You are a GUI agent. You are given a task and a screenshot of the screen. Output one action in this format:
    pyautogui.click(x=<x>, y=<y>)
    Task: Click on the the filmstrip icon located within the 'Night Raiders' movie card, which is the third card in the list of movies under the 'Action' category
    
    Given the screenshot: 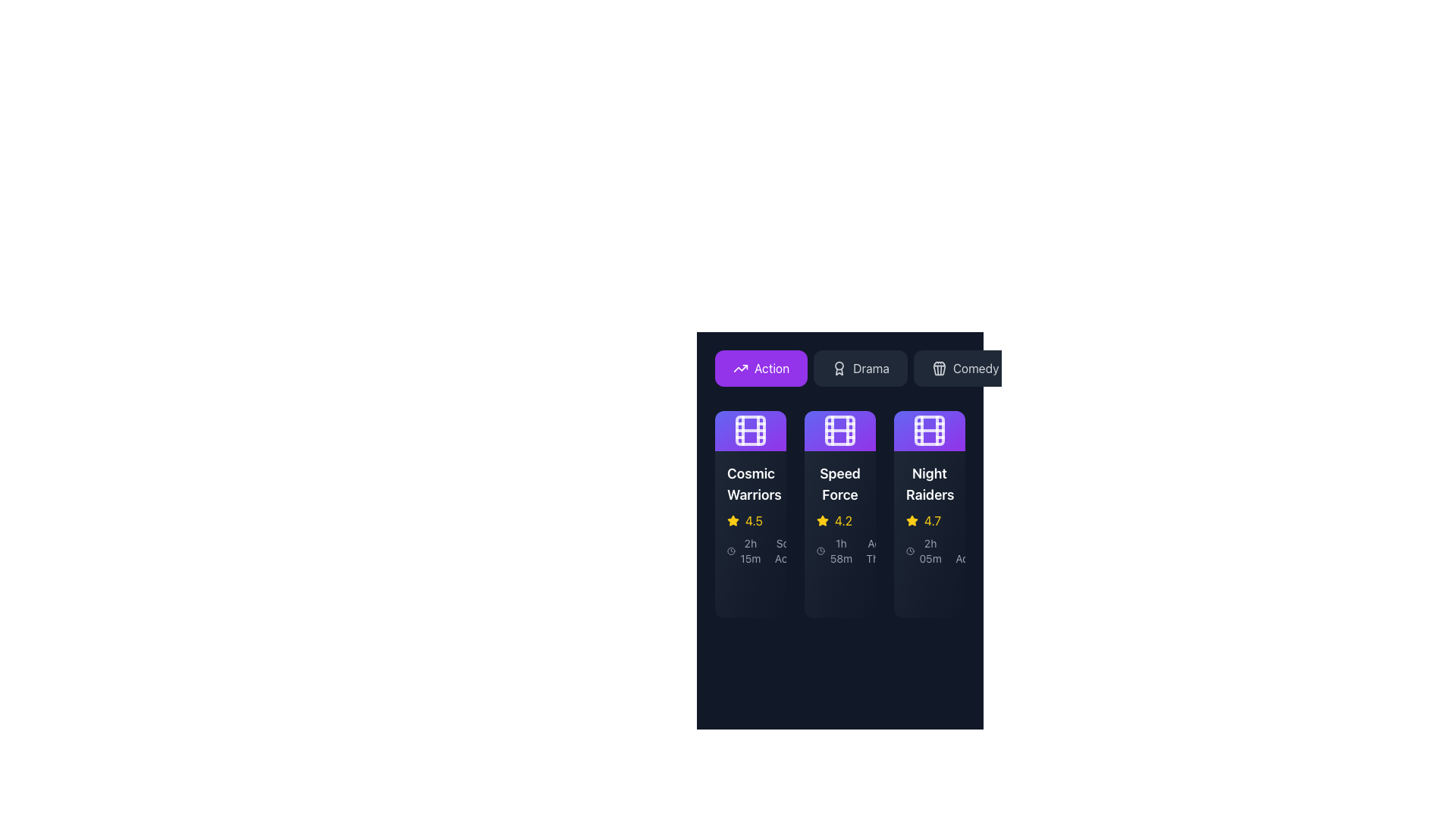 What is the action you would take?
    pyautogui.click(x=928, y=430)
    